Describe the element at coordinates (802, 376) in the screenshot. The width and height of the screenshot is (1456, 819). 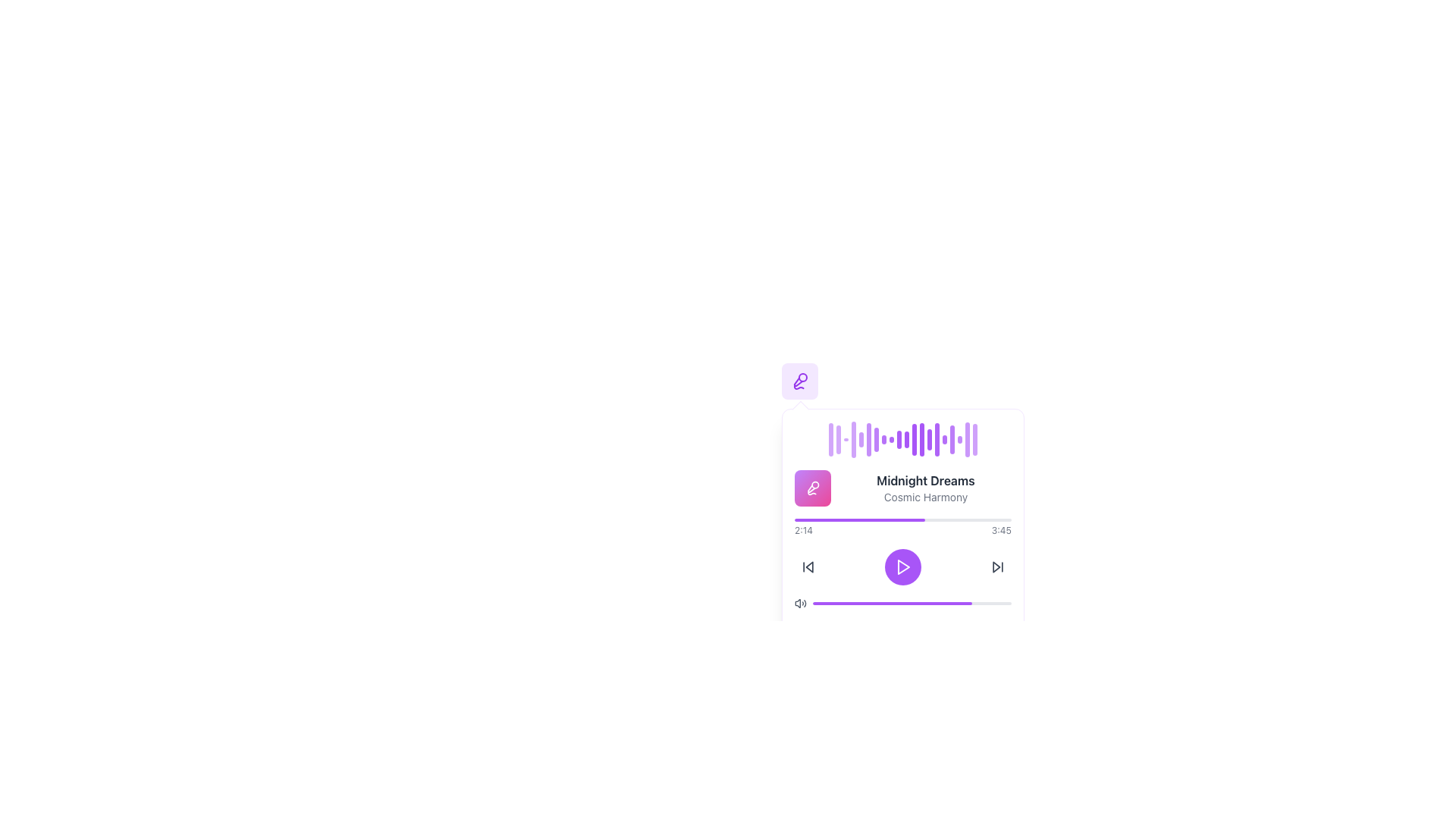
I see `the smallest circular component of the microphone icon, which is located in the upper portion of the icon with a purple hue` at that location.